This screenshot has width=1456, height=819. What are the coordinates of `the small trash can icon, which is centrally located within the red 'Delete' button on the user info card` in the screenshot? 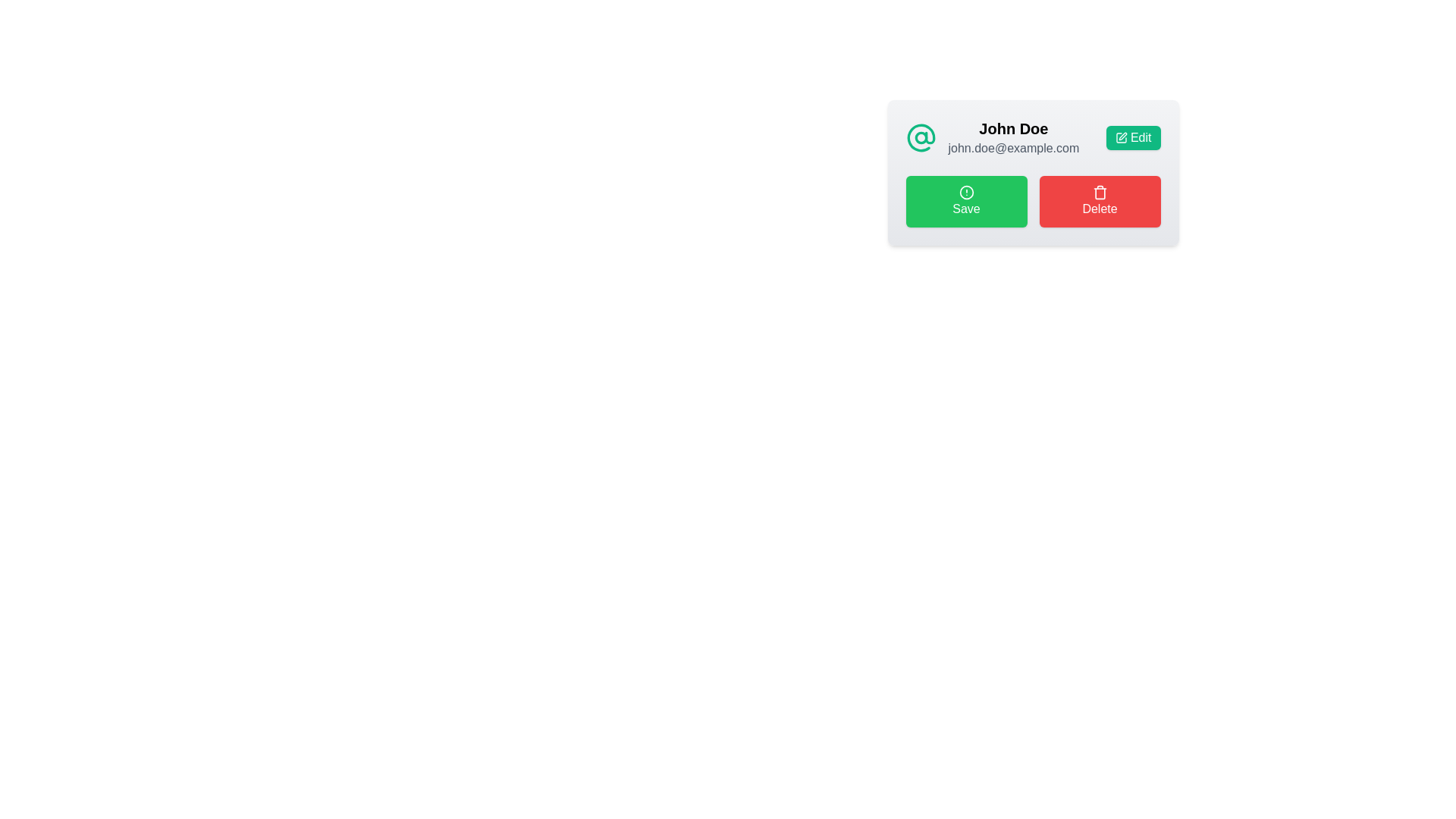 It's located at (1100, 192).